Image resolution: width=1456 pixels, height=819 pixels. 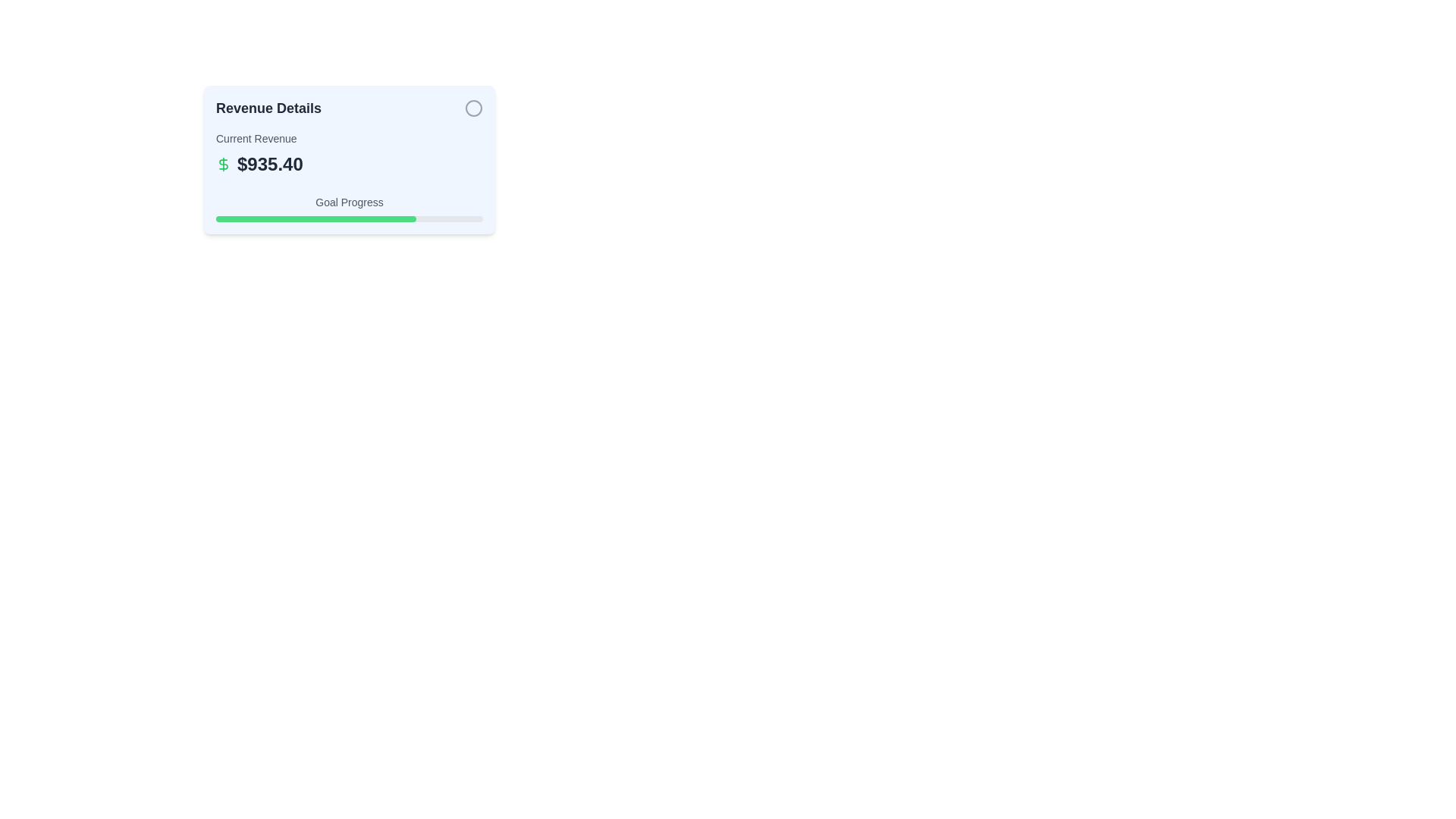 What do you see at coordinates (472, 107) in the screenshot?
I see `the circle icon located at the top-right corner of the 'Revenue Details' card` at bounding box center [472, 107].